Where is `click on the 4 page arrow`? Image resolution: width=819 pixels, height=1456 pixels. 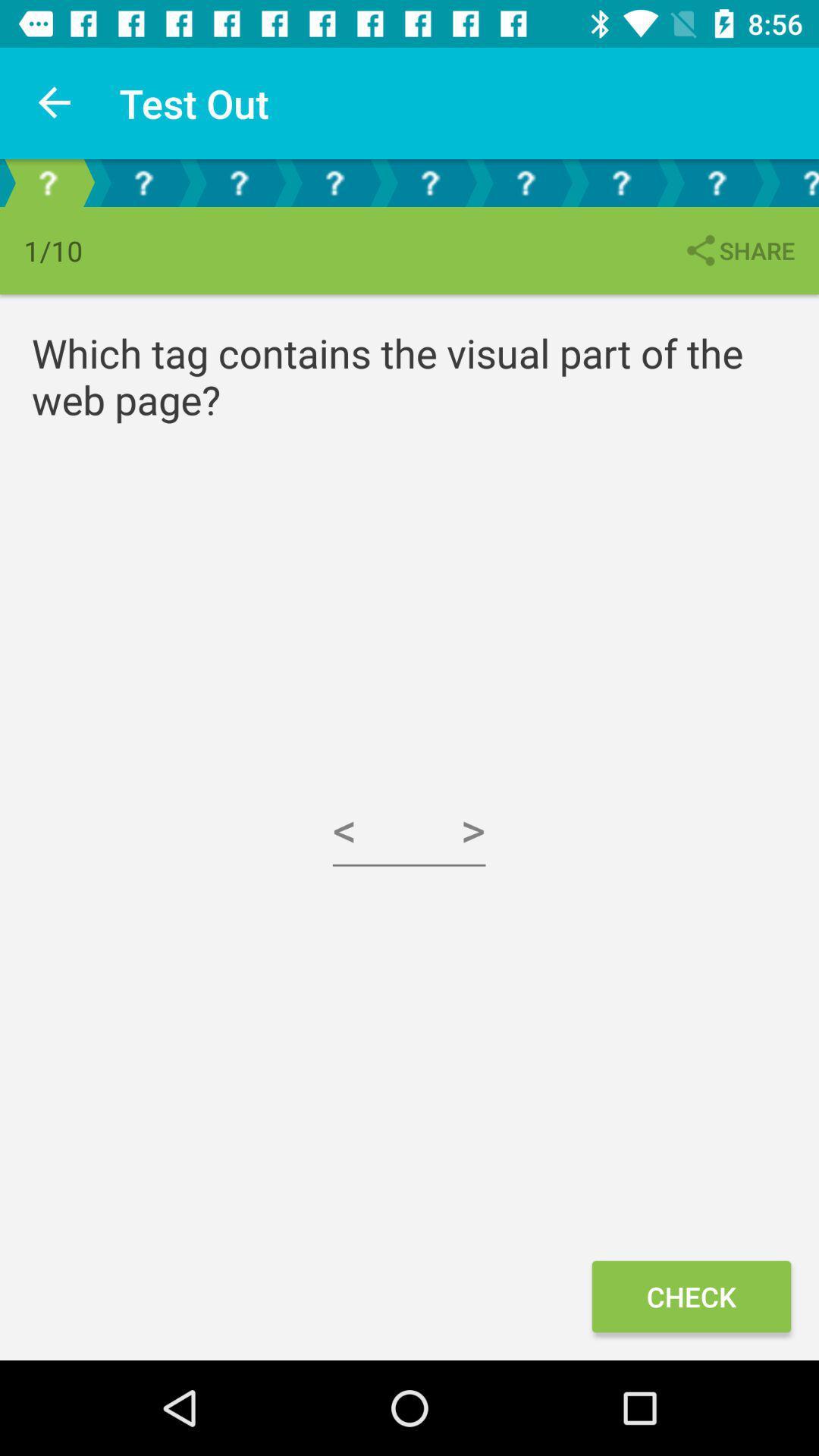
click on the 4 page arrow is located at coordinates (333, 182).